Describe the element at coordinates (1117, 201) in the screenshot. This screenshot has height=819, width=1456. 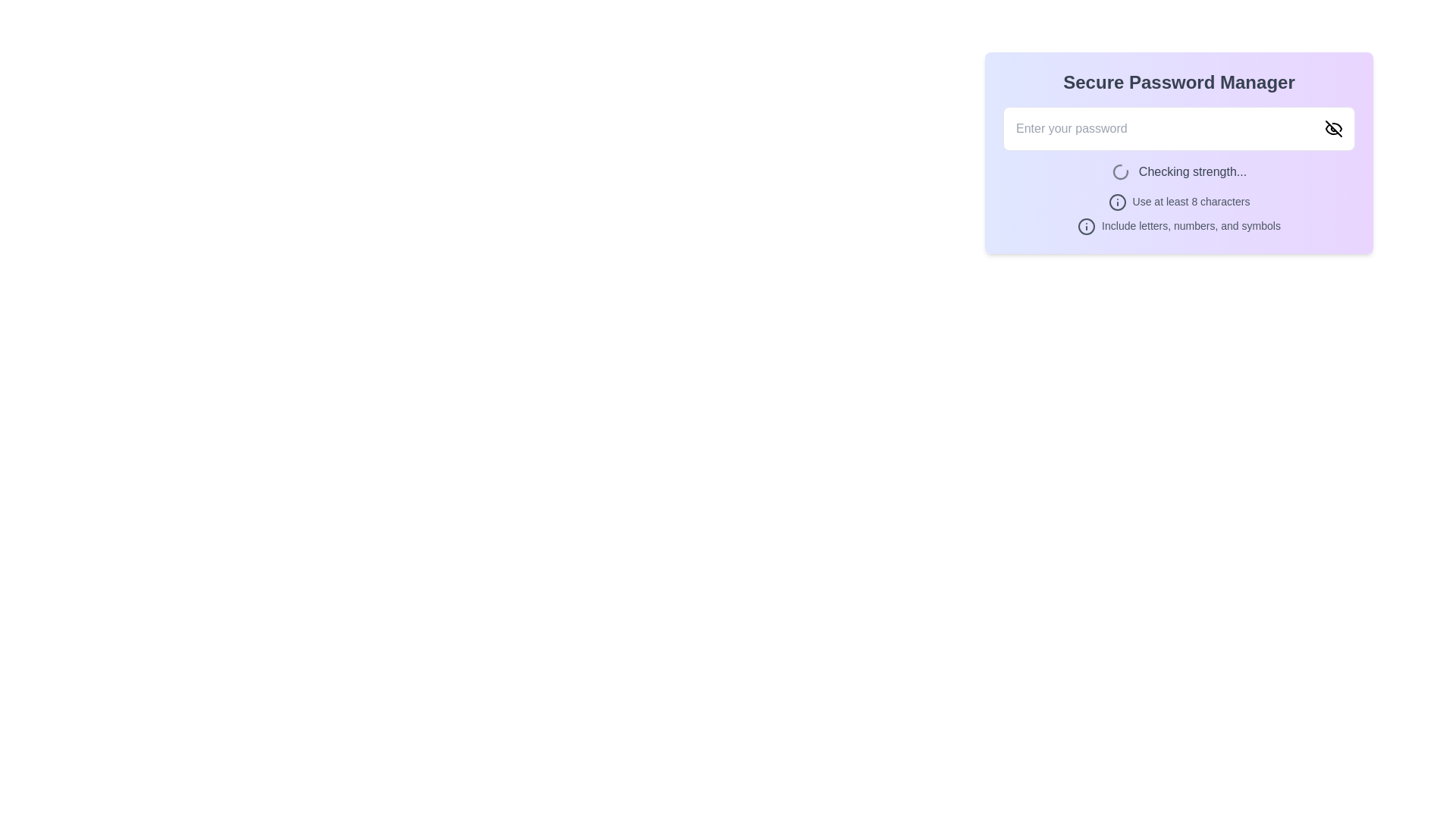
I see `the information icon located to the left of the 'Use at least 8 characters' text area` at that location.